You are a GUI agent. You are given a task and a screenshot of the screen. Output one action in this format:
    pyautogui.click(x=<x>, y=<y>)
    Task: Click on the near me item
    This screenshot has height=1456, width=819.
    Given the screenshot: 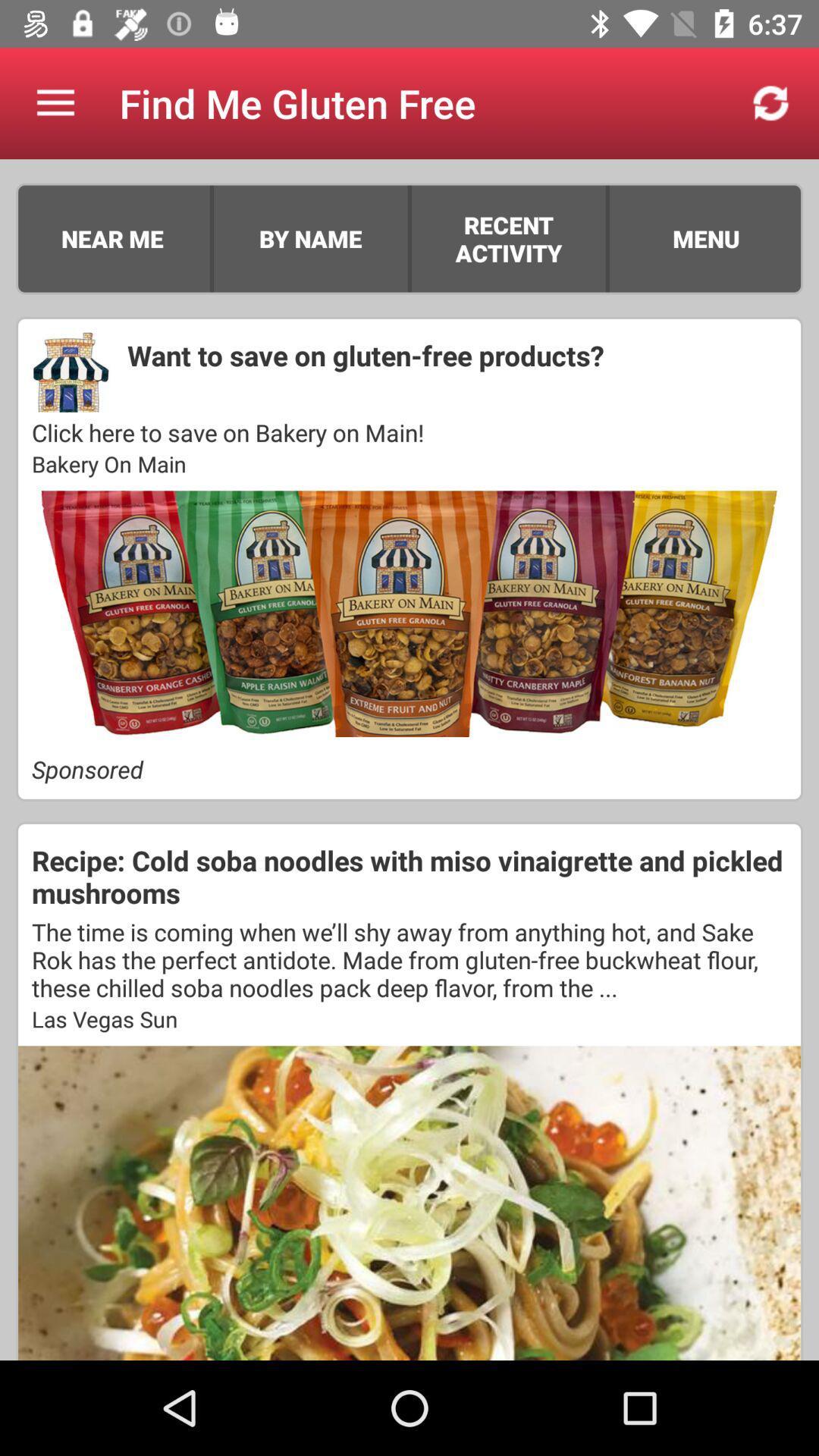 What is the action you would take?
    pyautogui.click(x=111, y=238)
    